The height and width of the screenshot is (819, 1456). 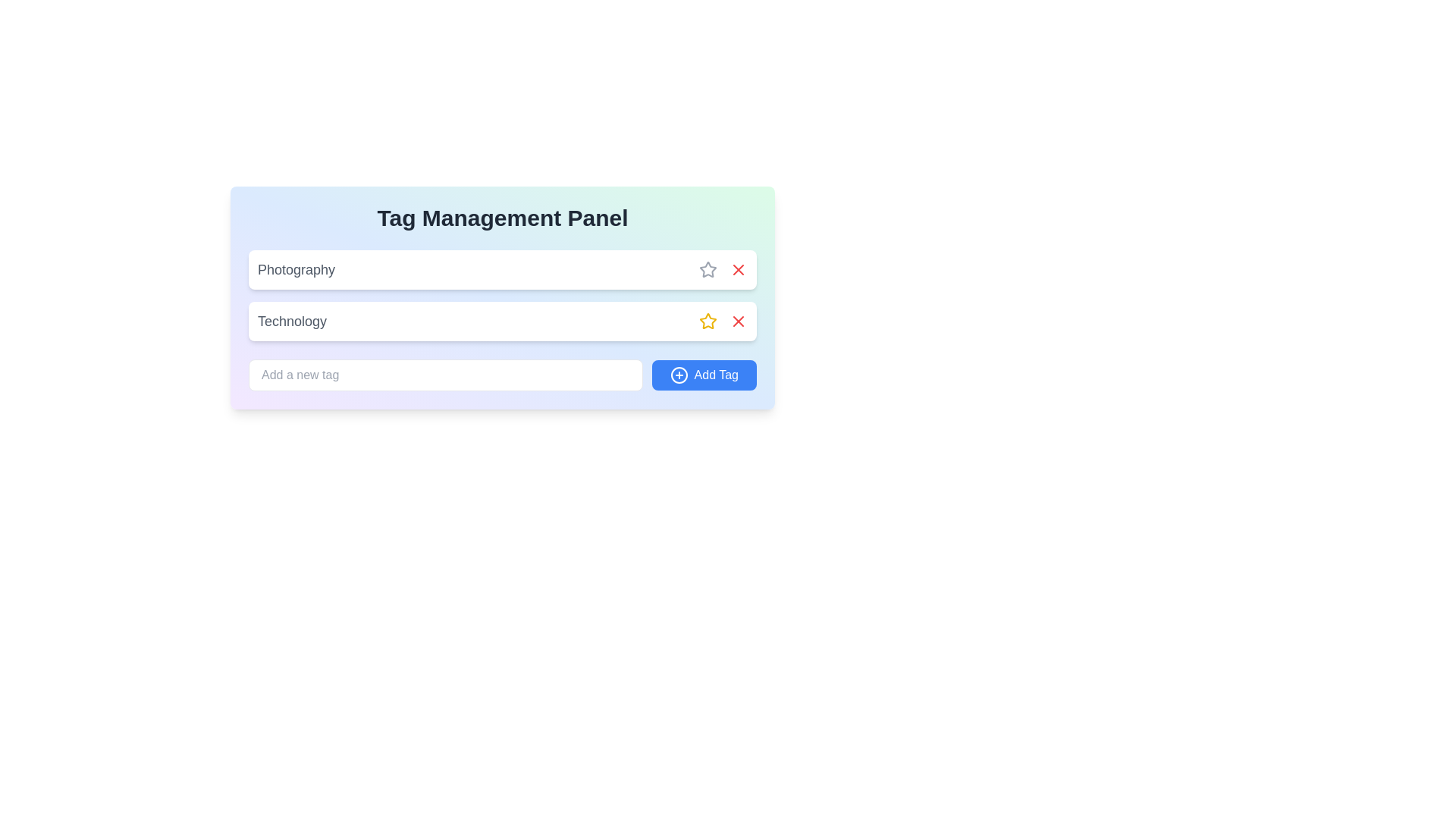 What do you see at coordinates (297, 268) in the screenshot?
I see `the text label displaying 'Photography', which is the first item in the list under the 'Tag Management Panel'` at bounding box center [297, 268].